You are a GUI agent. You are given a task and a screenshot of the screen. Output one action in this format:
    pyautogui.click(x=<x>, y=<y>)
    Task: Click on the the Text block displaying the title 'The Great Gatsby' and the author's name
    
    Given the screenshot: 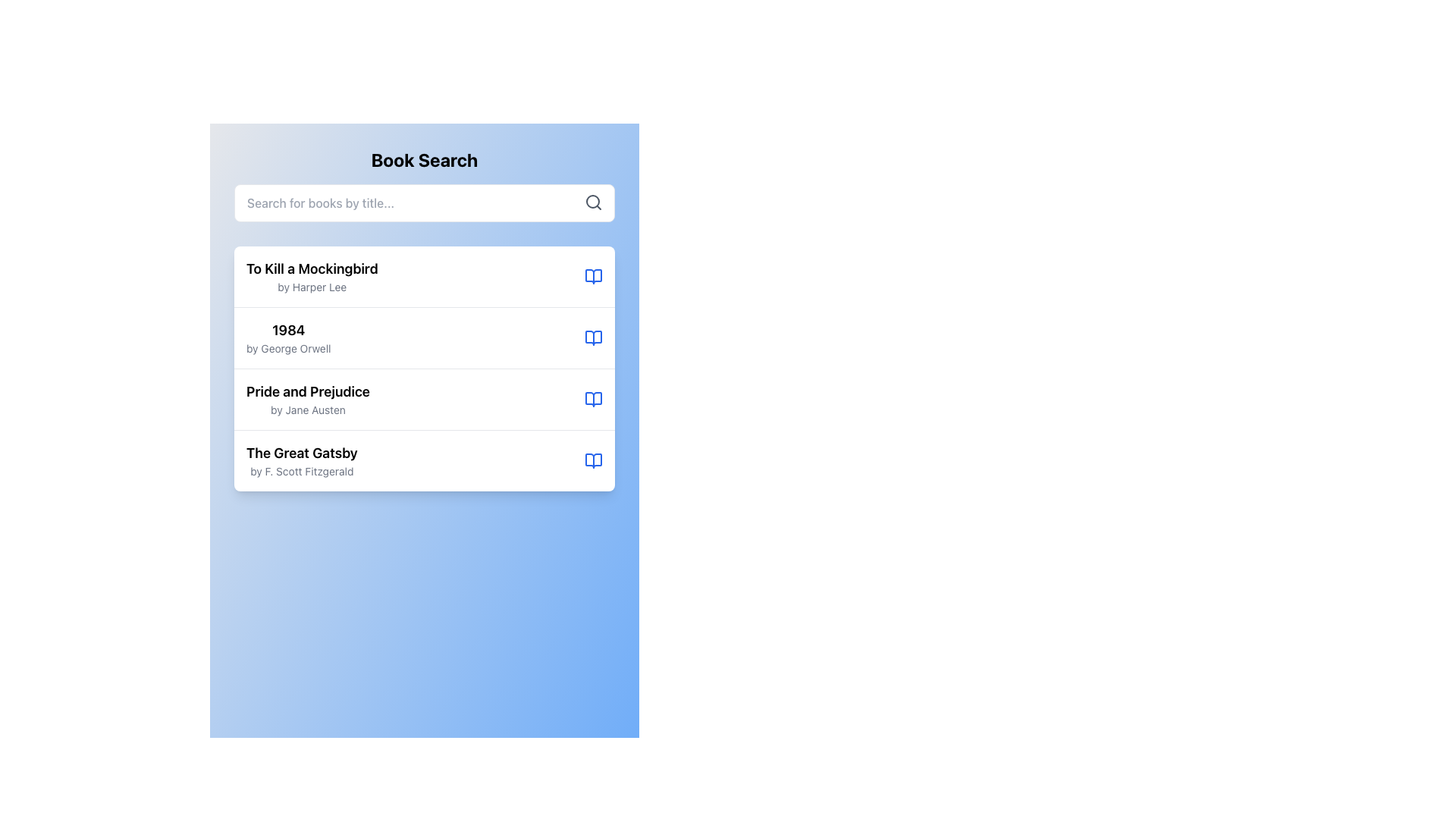 What is the action you would take?
    pyautogui.click(x=302, y=460)
    